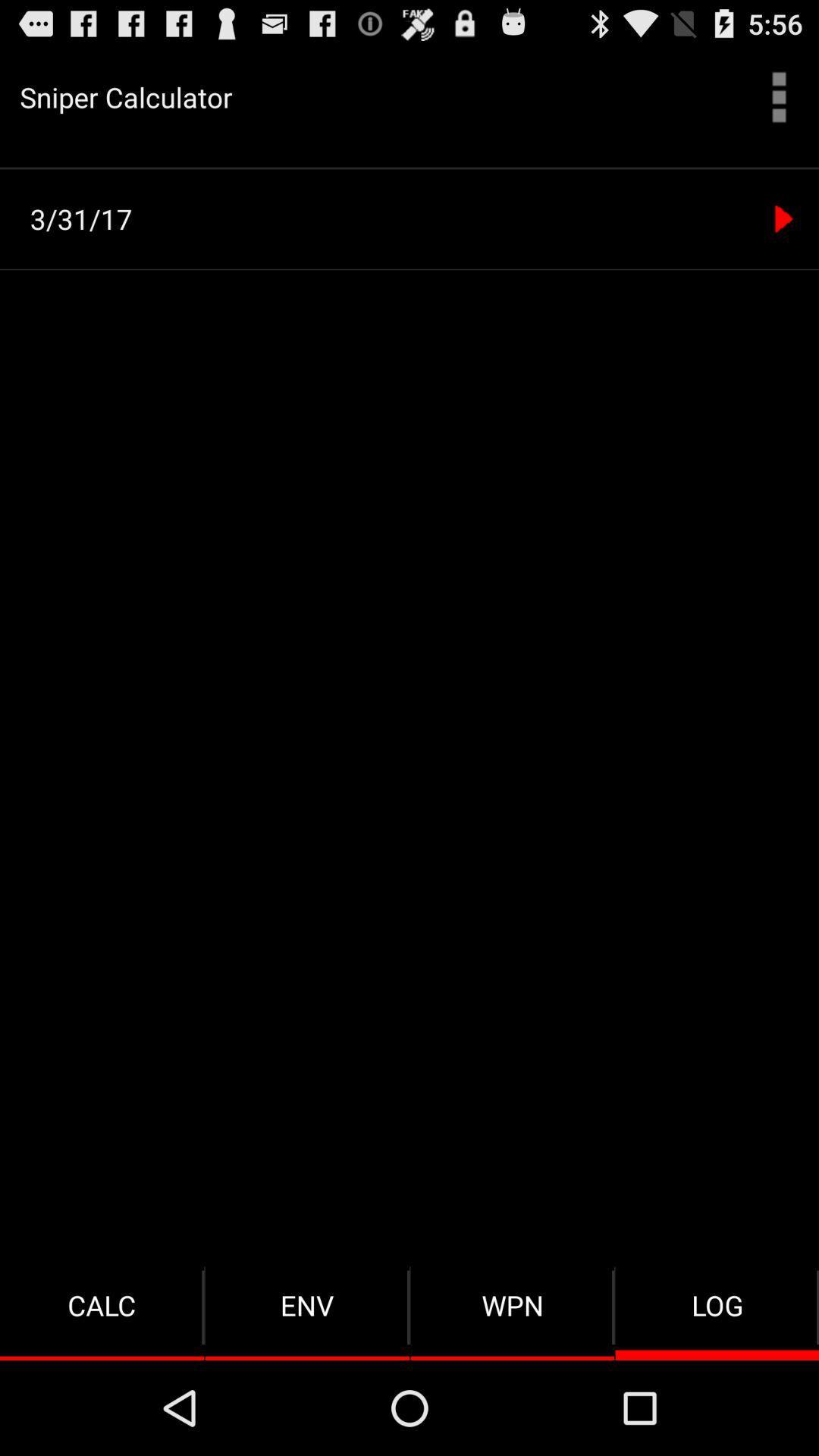 The height and width of the screenshot is (1456, 819). What do you see at coordinates (779, 96) in the screenshot?
I see `the item next to sniper calculator item` at bounding box center [779, 96].